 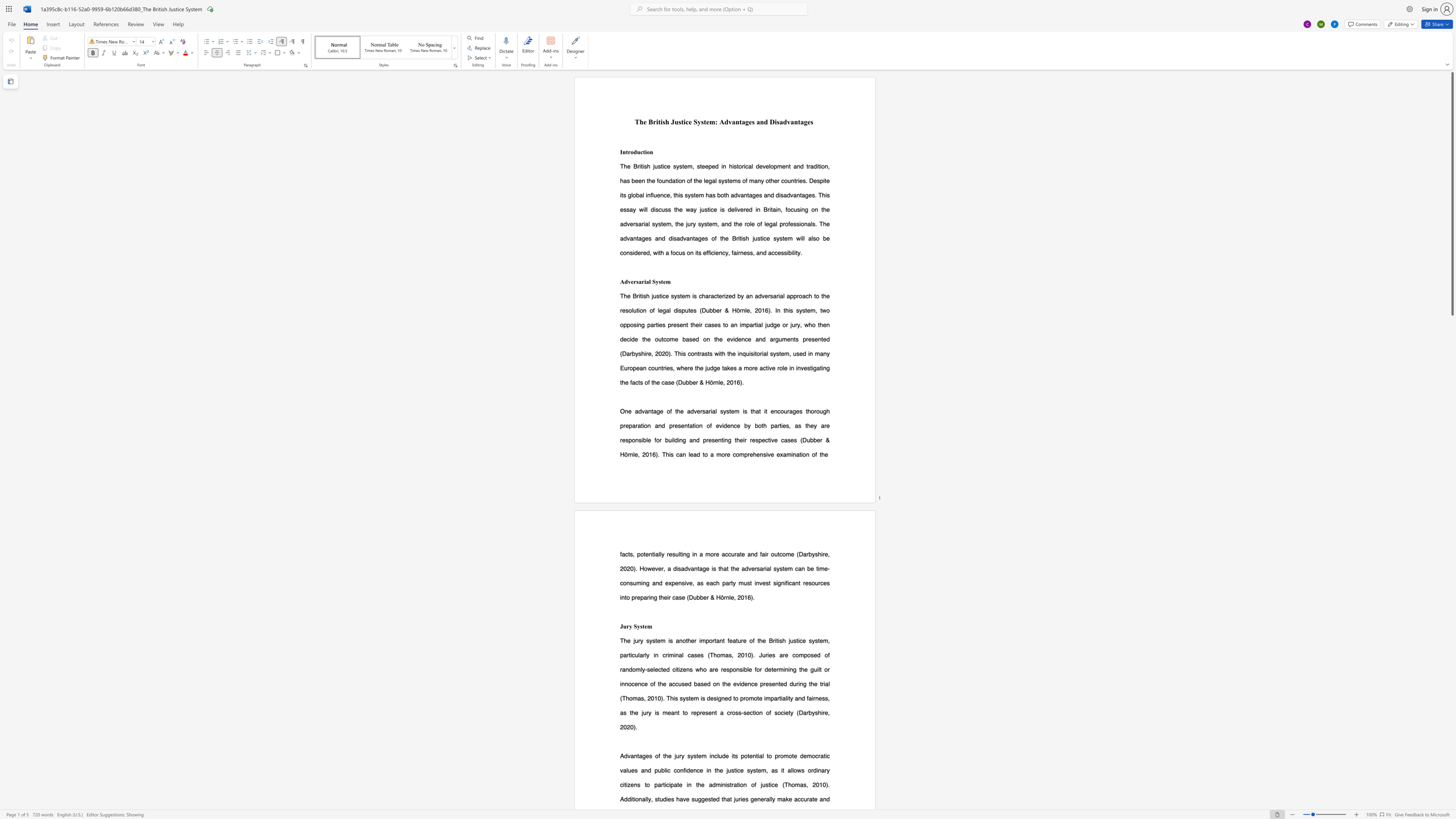 What do you see at coordinates (1451, 704) in the screenshot?
I see `the scrollbar to scroll the page down` at bounding box center [1451, 704].